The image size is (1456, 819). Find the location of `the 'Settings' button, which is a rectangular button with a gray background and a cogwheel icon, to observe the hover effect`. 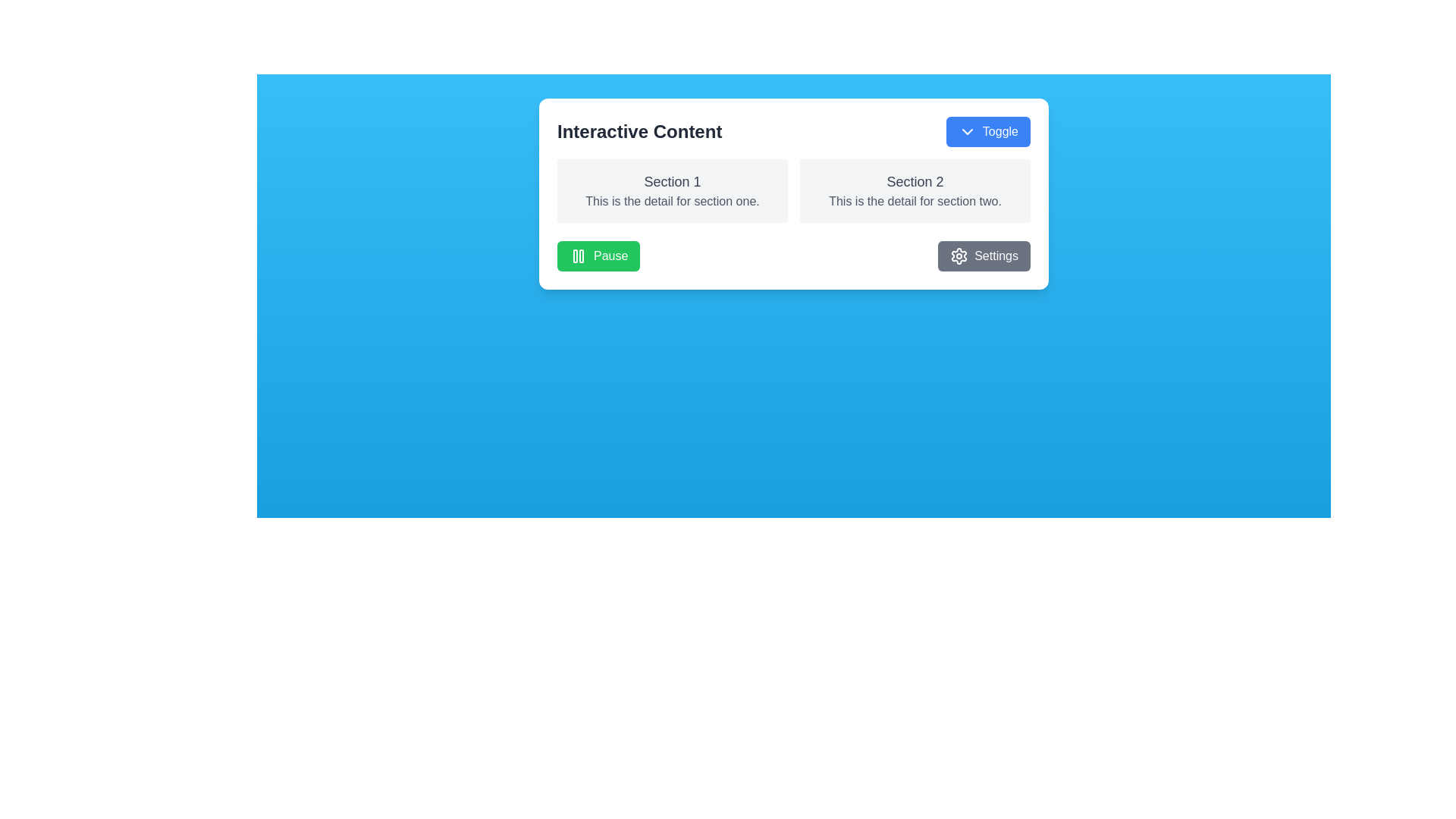

the 'Settings' button, which is a rectangular button with a gray background and a cogwheel icon, to observe the hover effect is located at coordinates (984, 256).